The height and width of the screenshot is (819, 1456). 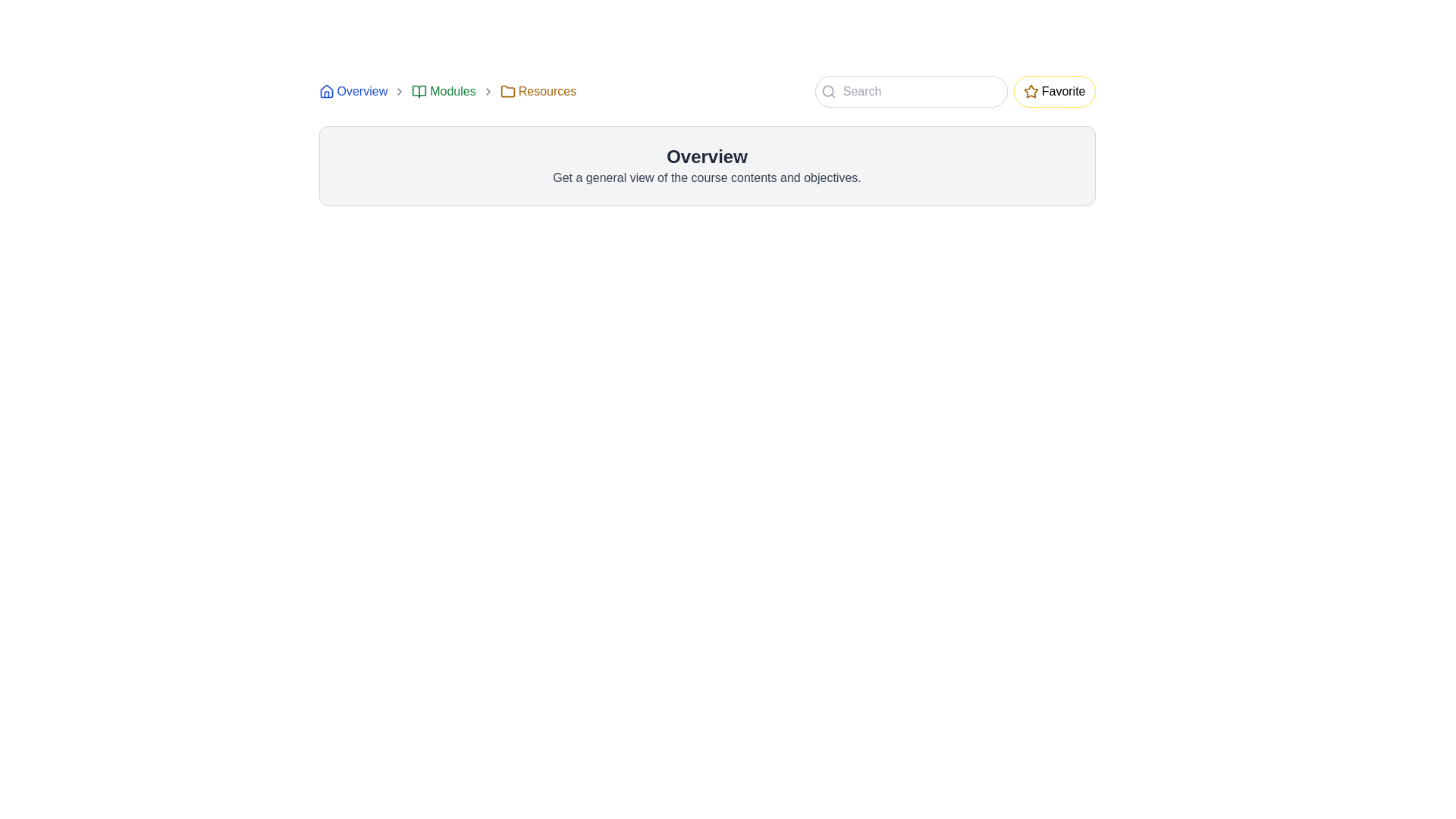 I want to click on the left portion of the opened book icon represented by a rounded rectangle within the SVG, located in the navigation breadcrumb directly left of the 'Modules' text link, so click(x=419, y=91).